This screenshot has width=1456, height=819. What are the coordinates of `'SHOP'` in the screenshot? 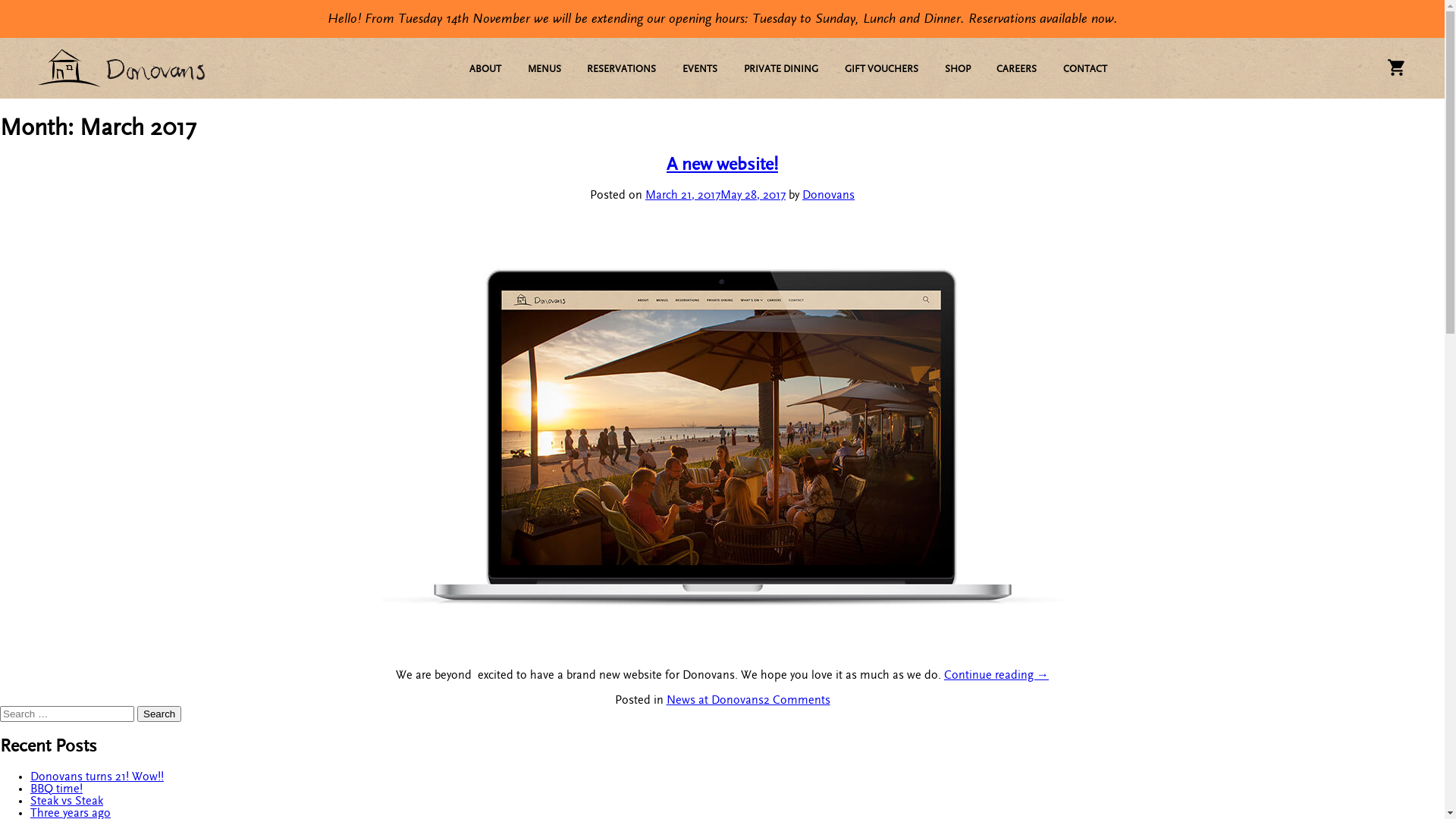 It's located at (956, 69).